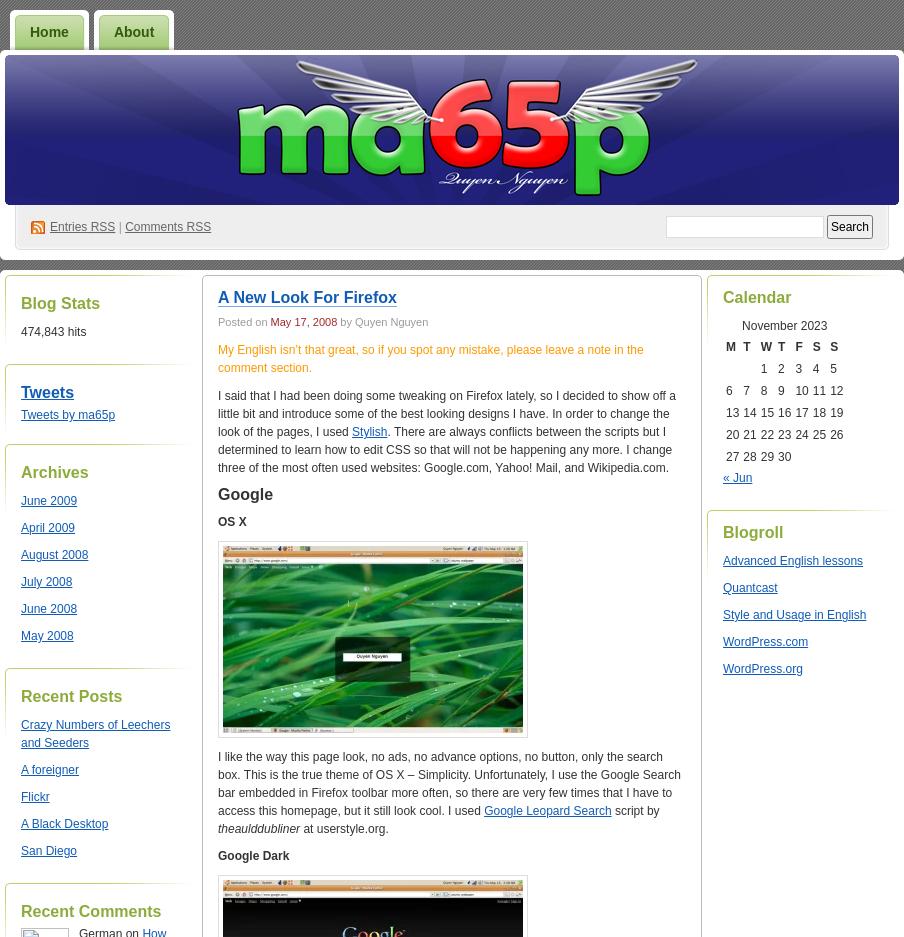 Image resolution: width=904 pixels, height=937 pixels. I want to click on 'Flickr', so click(33, 796).